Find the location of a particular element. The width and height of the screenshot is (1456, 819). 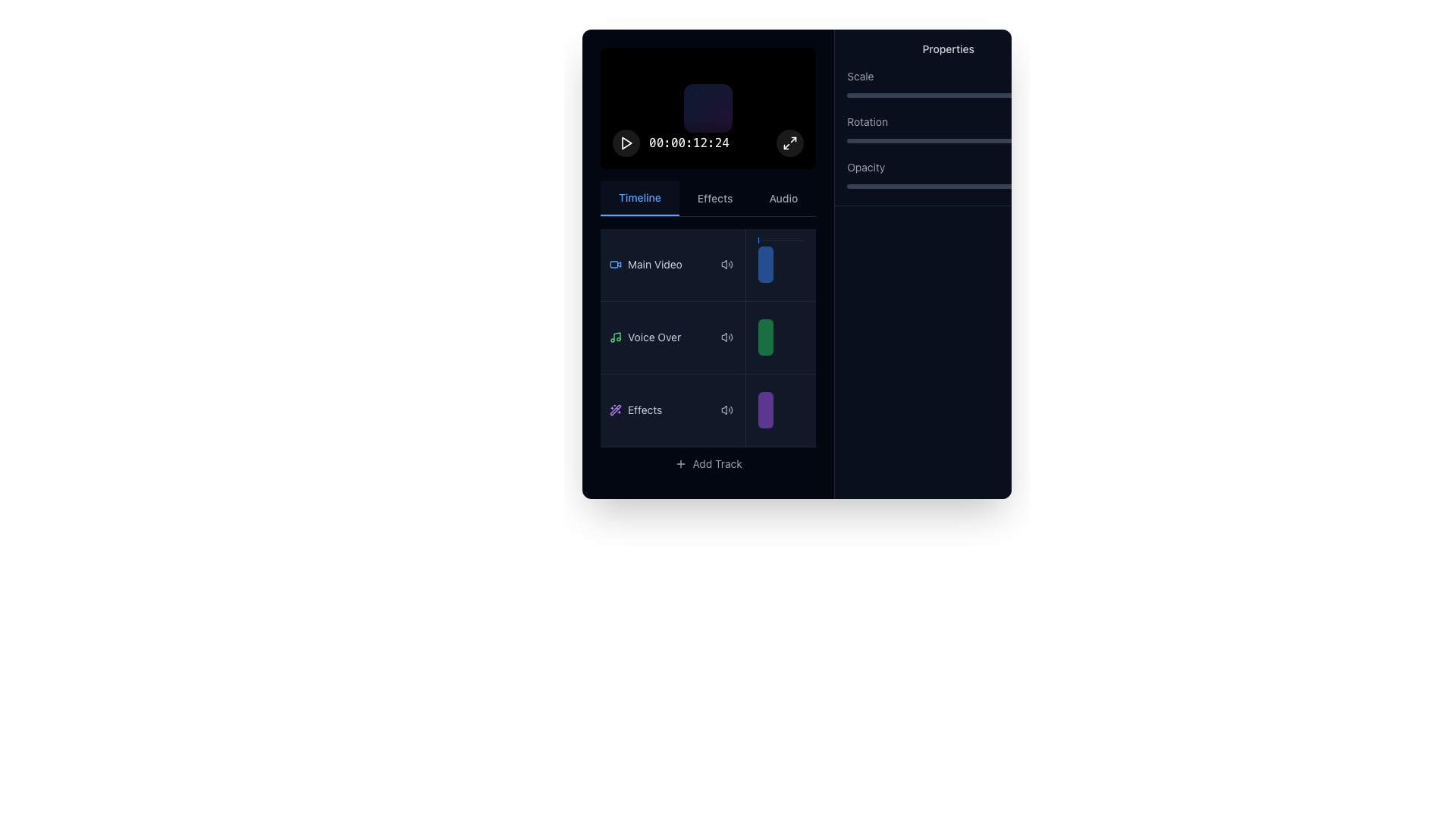

the 'Main Video' list item in the Timeline panel is located at coordinates (673, 263).